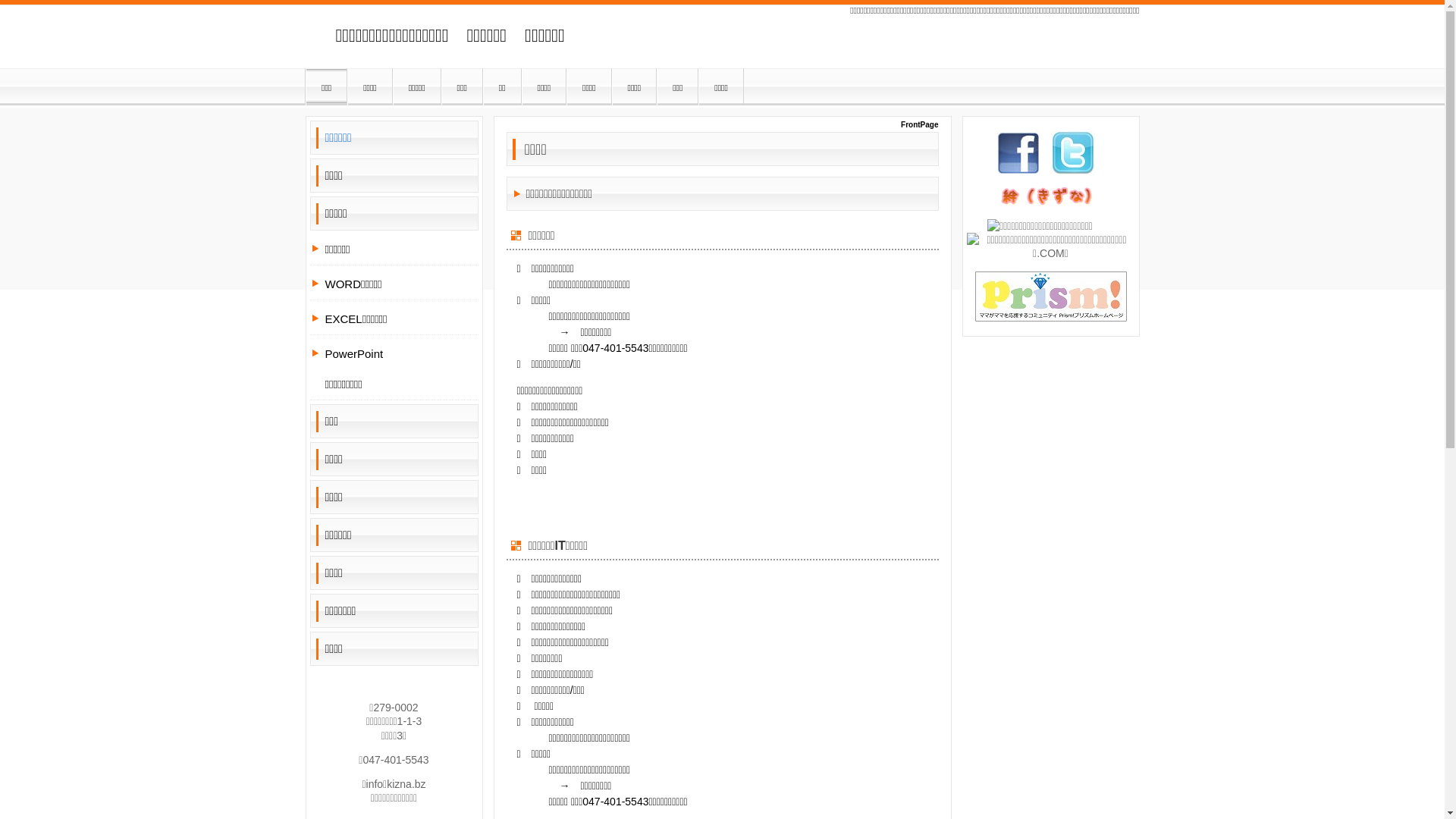 The height and width of the screenshot is (819, 1456). Describe the element at coordinates (1072, 152) in the screenshot. I see `'tw'` at that location.